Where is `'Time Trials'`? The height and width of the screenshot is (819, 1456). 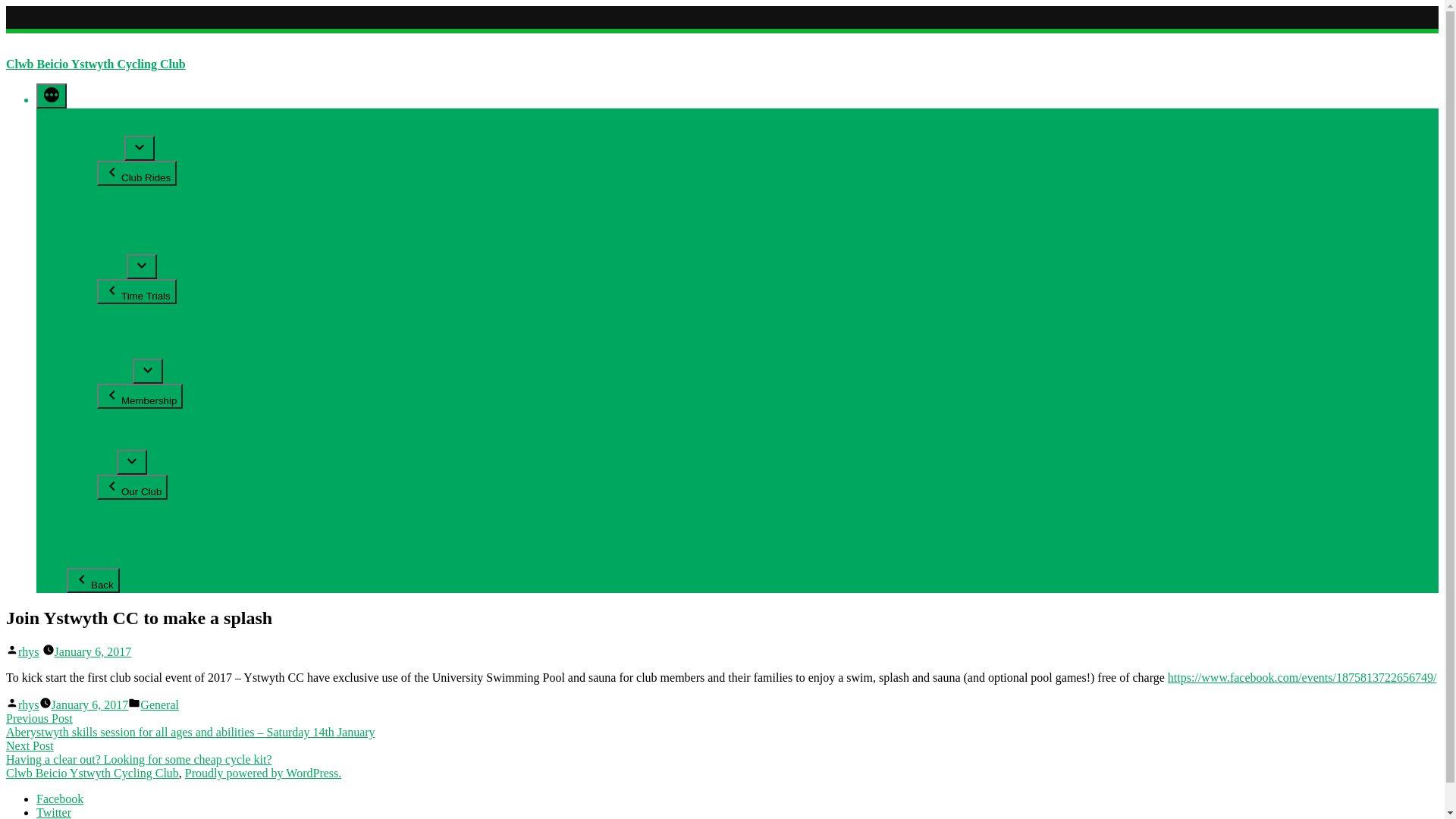
'Time Trials' is located at coordinates (136, 291).